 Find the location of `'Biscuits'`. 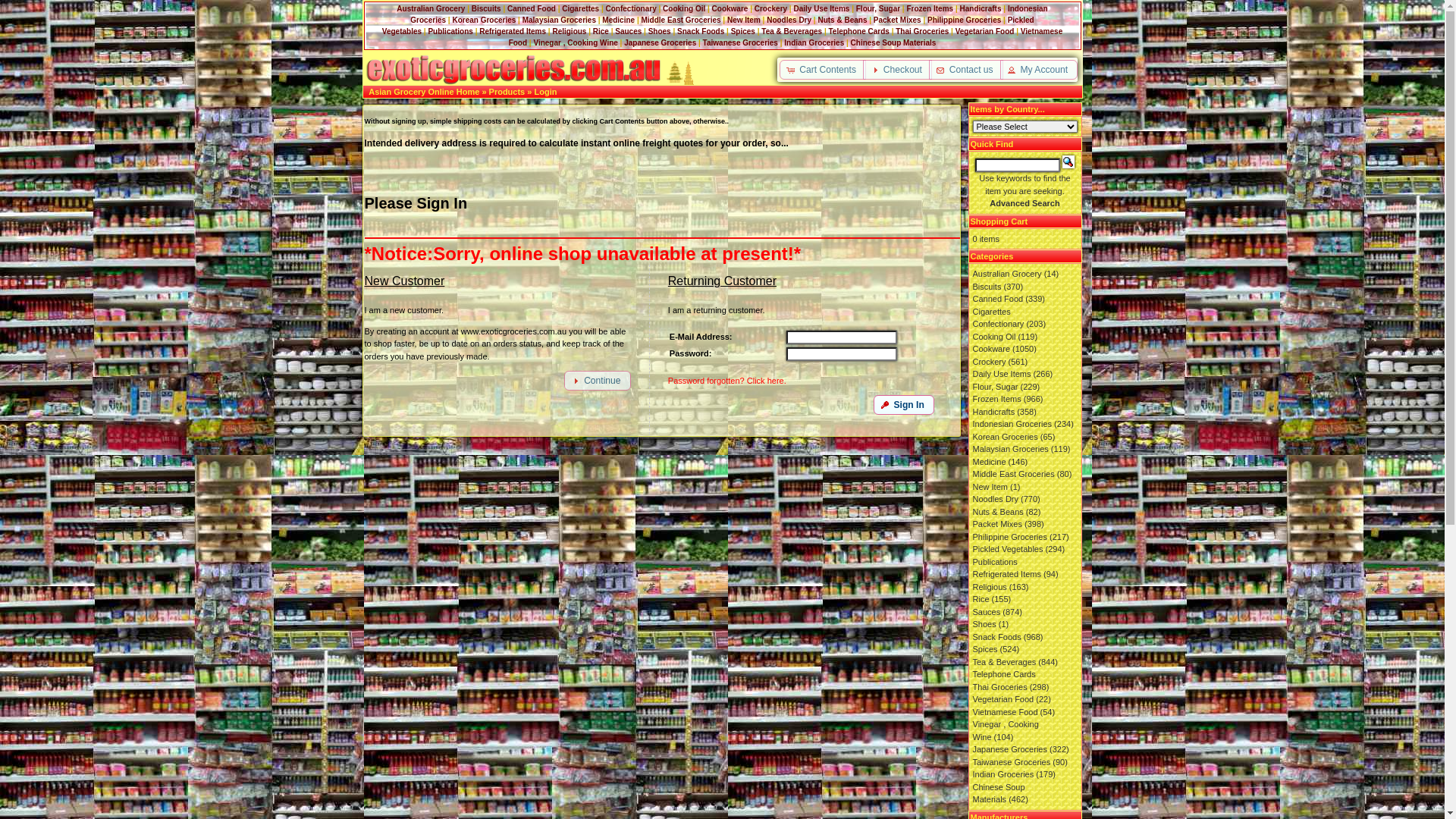

'Biscuits' is located at coordinates (471, 8).